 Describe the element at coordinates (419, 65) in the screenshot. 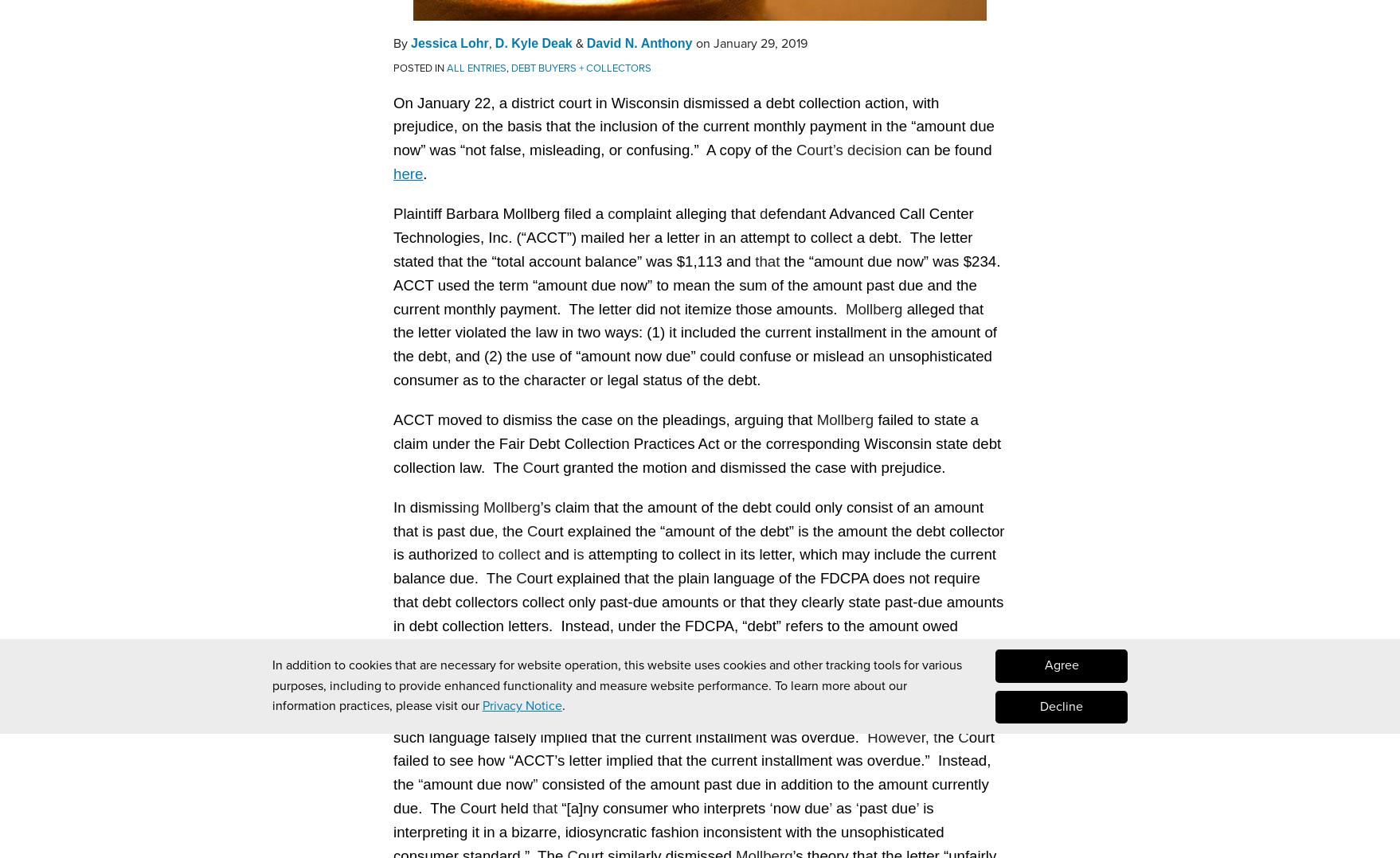

I see `'Posted in'` at that location.